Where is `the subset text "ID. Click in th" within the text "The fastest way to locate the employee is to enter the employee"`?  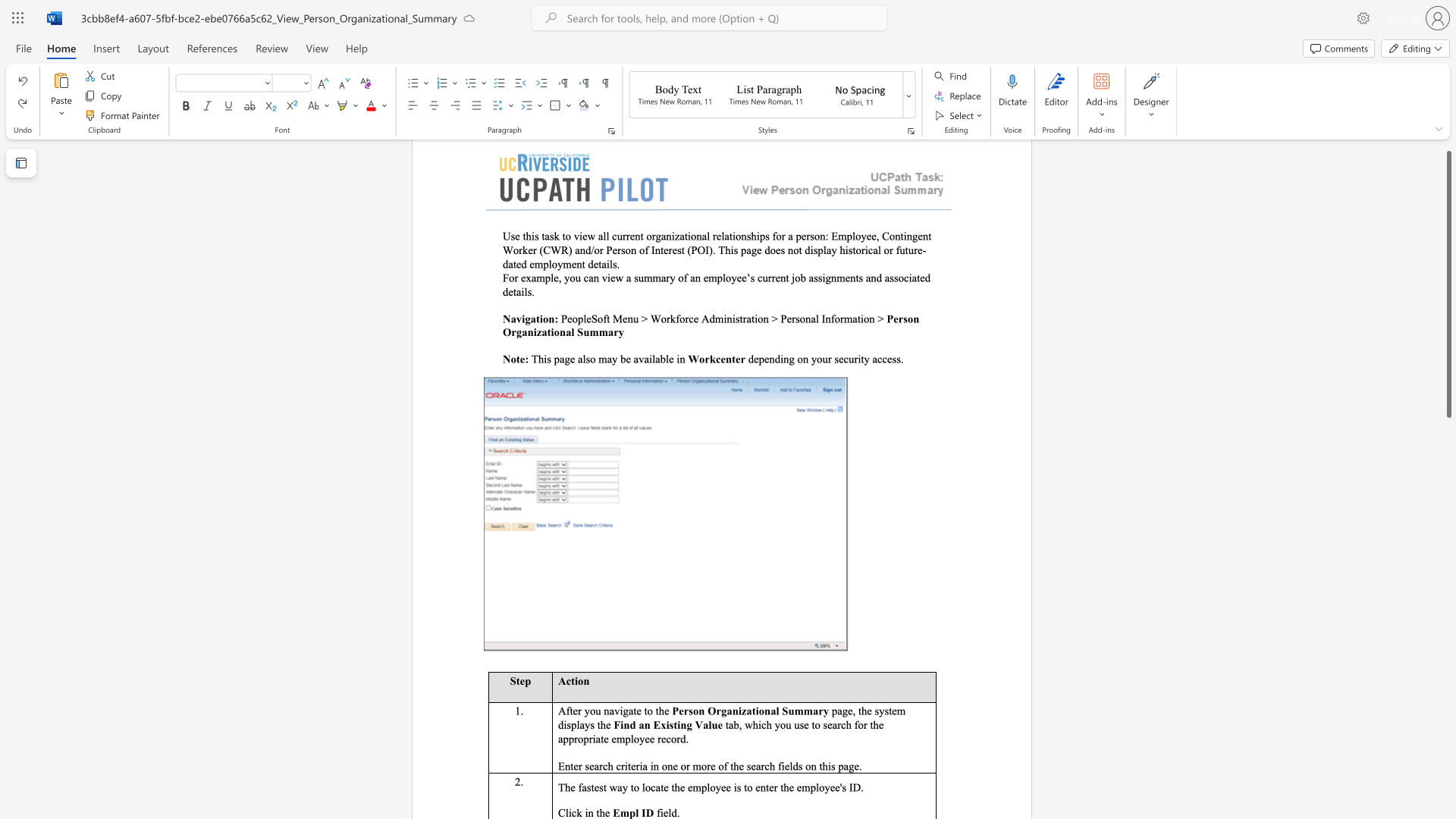
the subset text "ID. Click in th" within the text "The fastest way to locate the employee is to enter the employee" is located at coordinates (848, 786).